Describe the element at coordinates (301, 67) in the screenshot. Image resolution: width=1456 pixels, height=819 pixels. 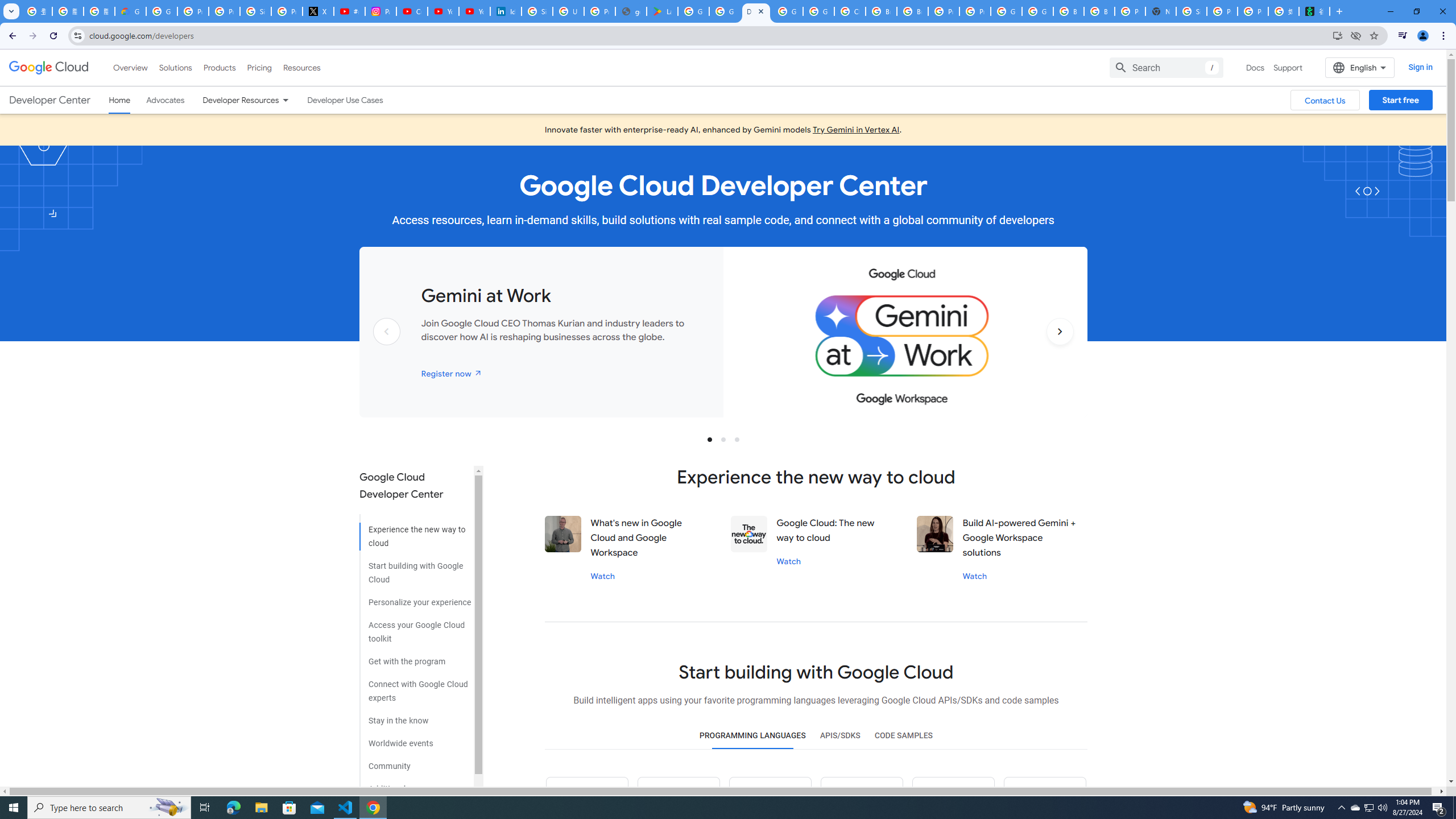
I see `'Resources'` at that location.